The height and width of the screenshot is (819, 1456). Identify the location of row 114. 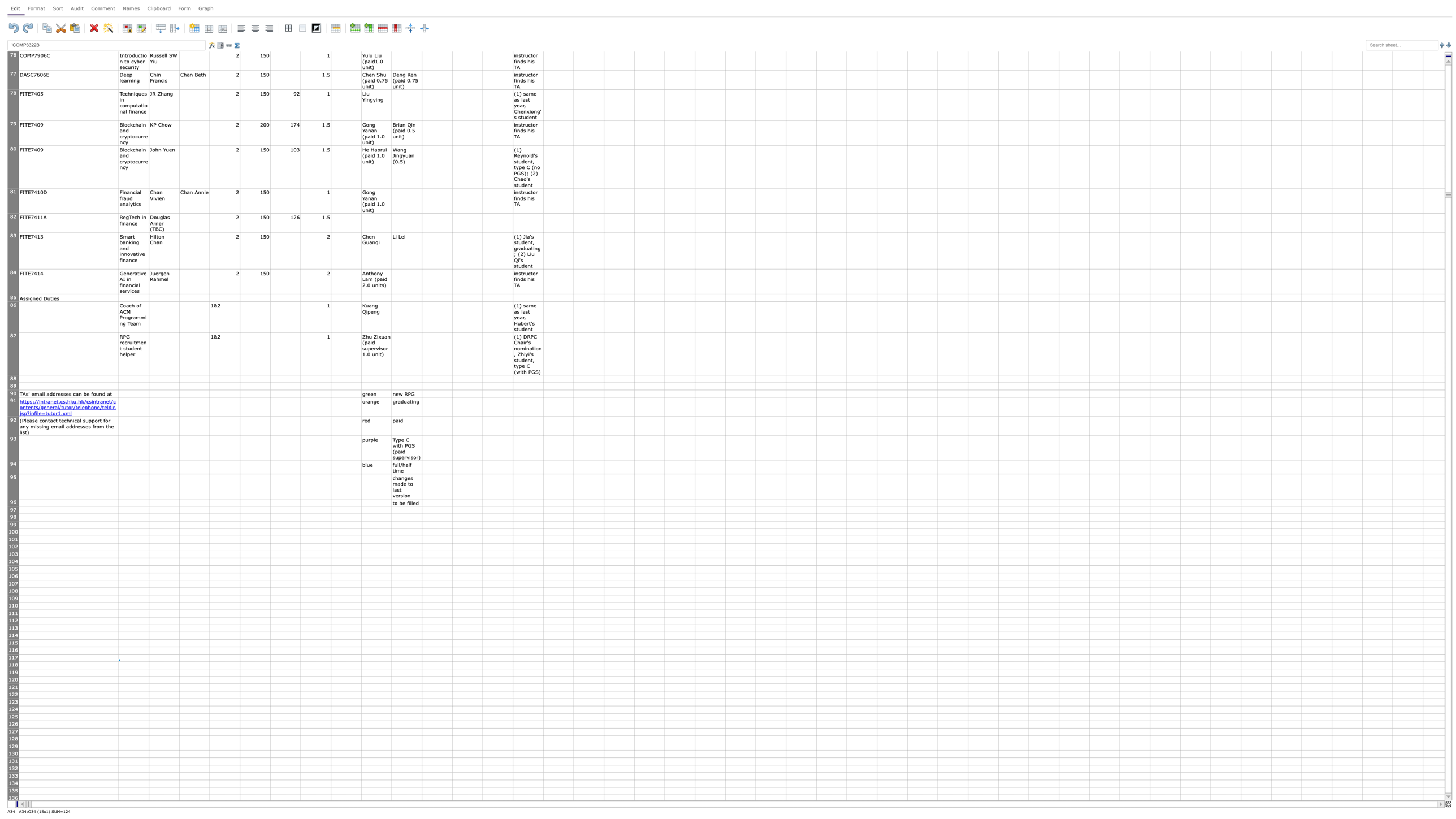
(13, 635).